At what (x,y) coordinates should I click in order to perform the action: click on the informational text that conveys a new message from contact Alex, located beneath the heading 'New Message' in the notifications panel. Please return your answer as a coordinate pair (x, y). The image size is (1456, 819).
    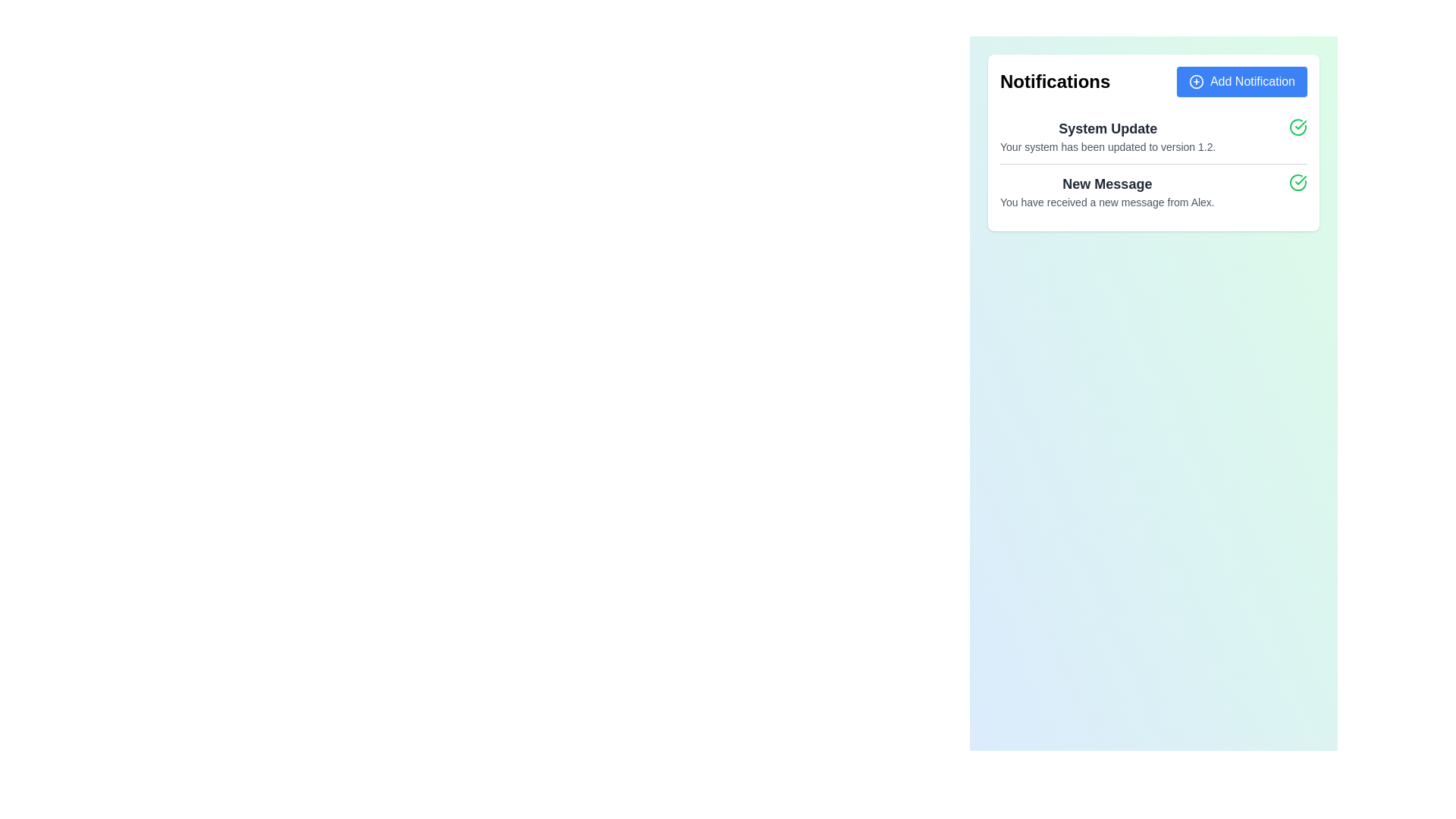
    Looking at the image, I should click on (1107, 201).